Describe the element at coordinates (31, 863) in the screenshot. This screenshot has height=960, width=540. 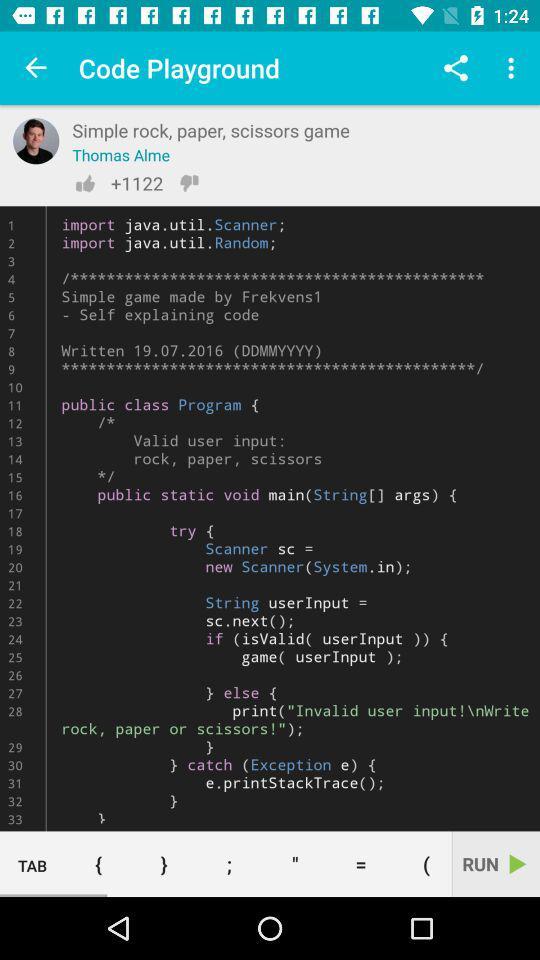
I see `tab` at that location.